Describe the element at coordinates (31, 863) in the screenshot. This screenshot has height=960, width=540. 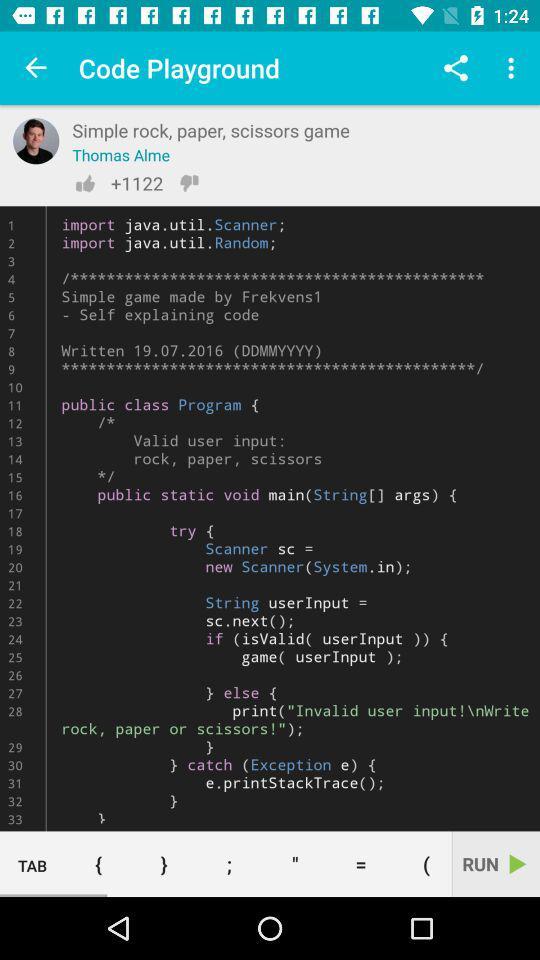
I see `tab` at that location.